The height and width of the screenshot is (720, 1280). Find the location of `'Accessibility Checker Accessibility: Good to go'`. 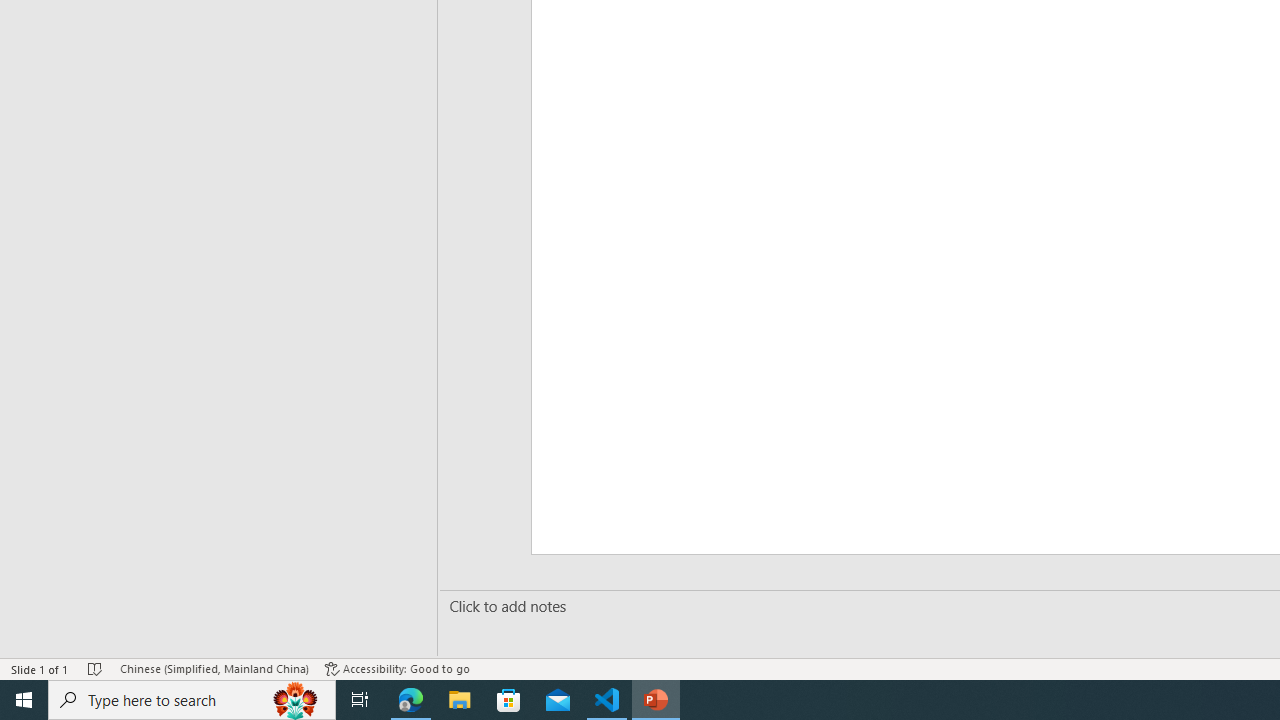

'Accessibility Checker Accessibility: Good to go' is located at coordinates (397, 669).